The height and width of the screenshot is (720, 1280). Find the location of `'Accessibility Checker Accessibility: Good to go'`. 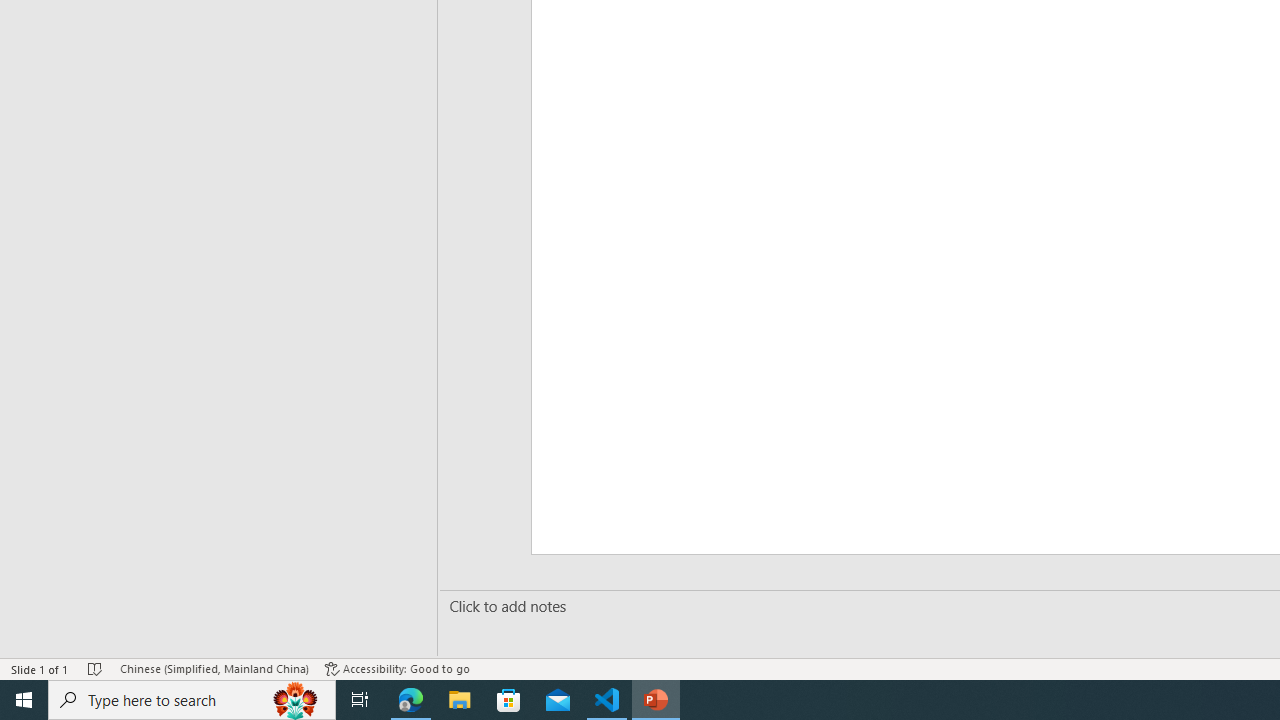

'Accessibility Checker Accessibility: Good to go' is located at coordinates (397, 669).